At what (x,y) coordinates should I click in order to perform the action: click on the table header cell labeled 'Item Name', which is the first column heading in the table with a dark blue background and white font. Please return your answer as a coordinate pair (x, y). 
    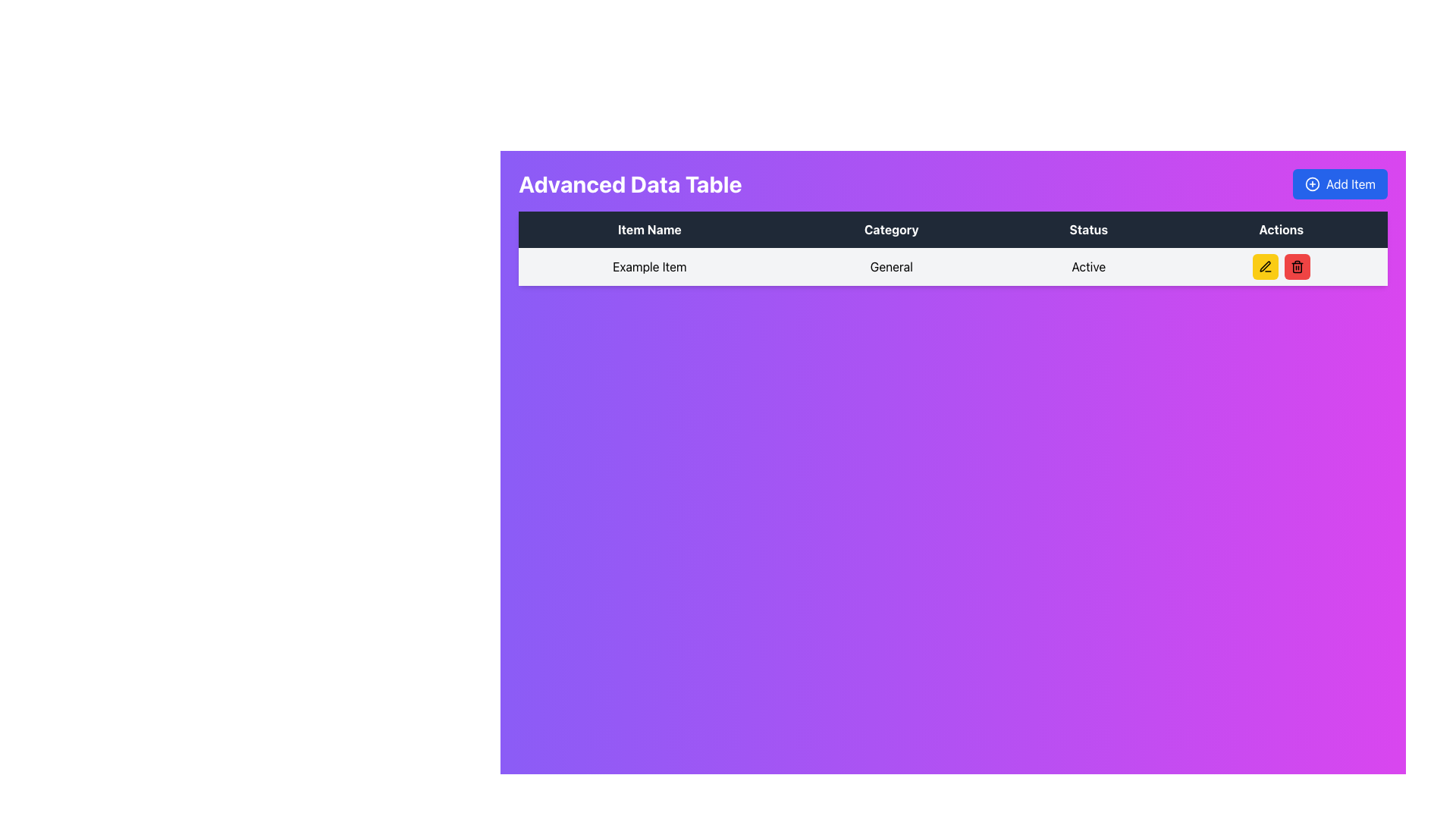
    Looking at the image, I should click on (649, 230).